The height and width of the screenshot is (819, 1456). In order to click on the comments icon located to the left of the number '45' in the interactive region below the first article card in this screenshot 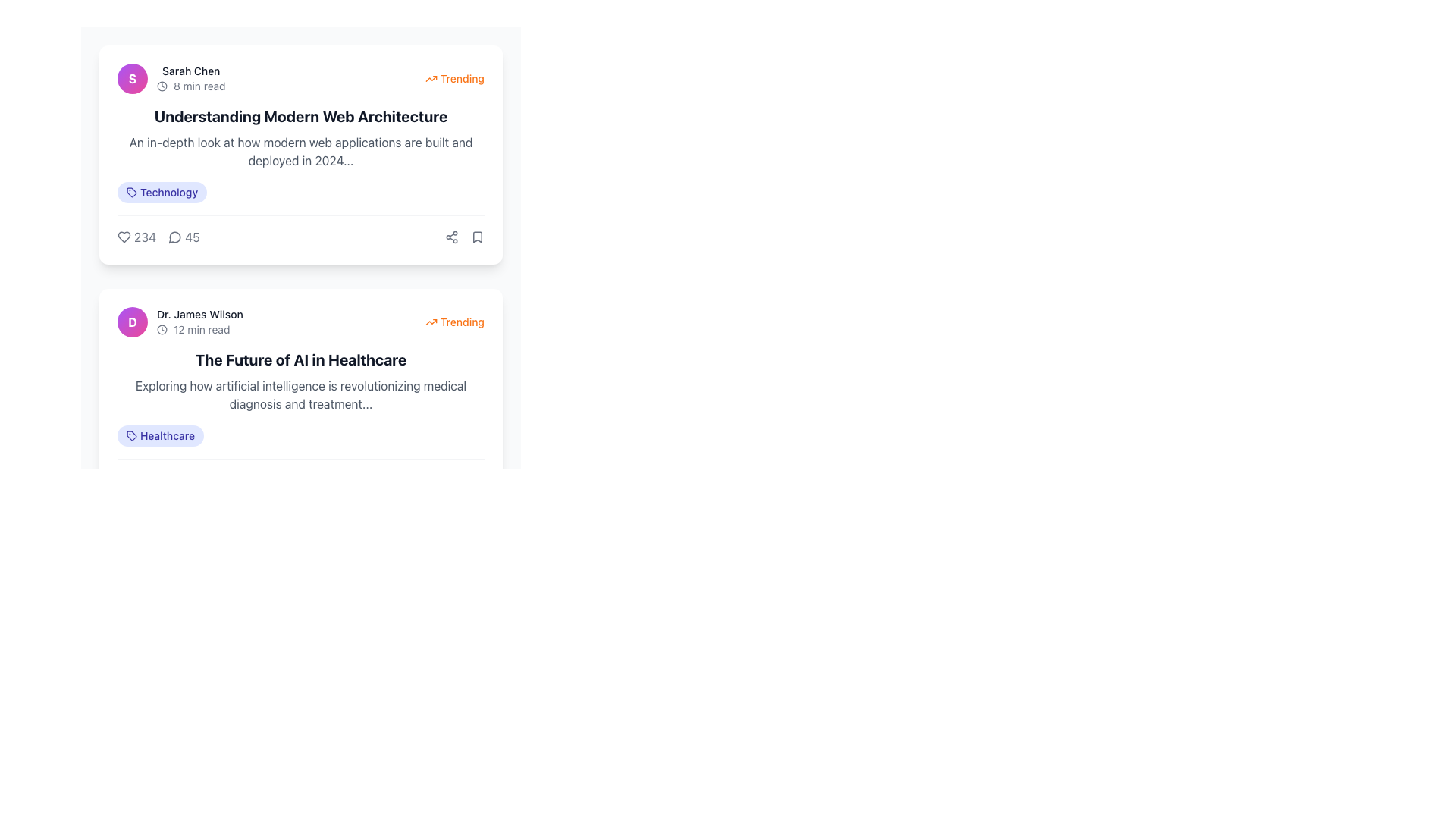, I will do `click(174, 237)`.